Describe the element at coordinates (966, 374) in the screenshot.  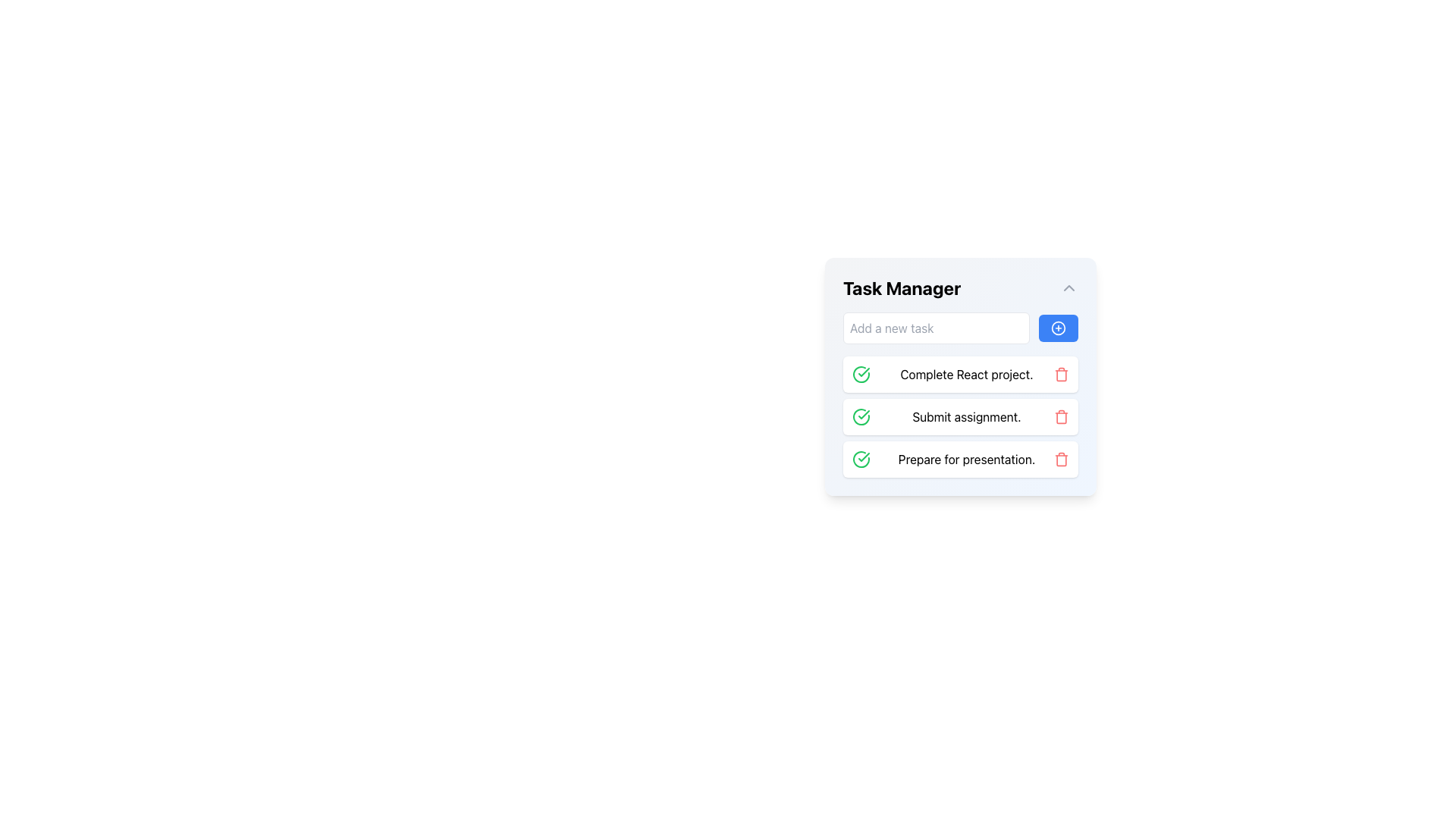
I see `text content of the first text label displaying 'Complete React project.' in the Task Manager layout` at that location.